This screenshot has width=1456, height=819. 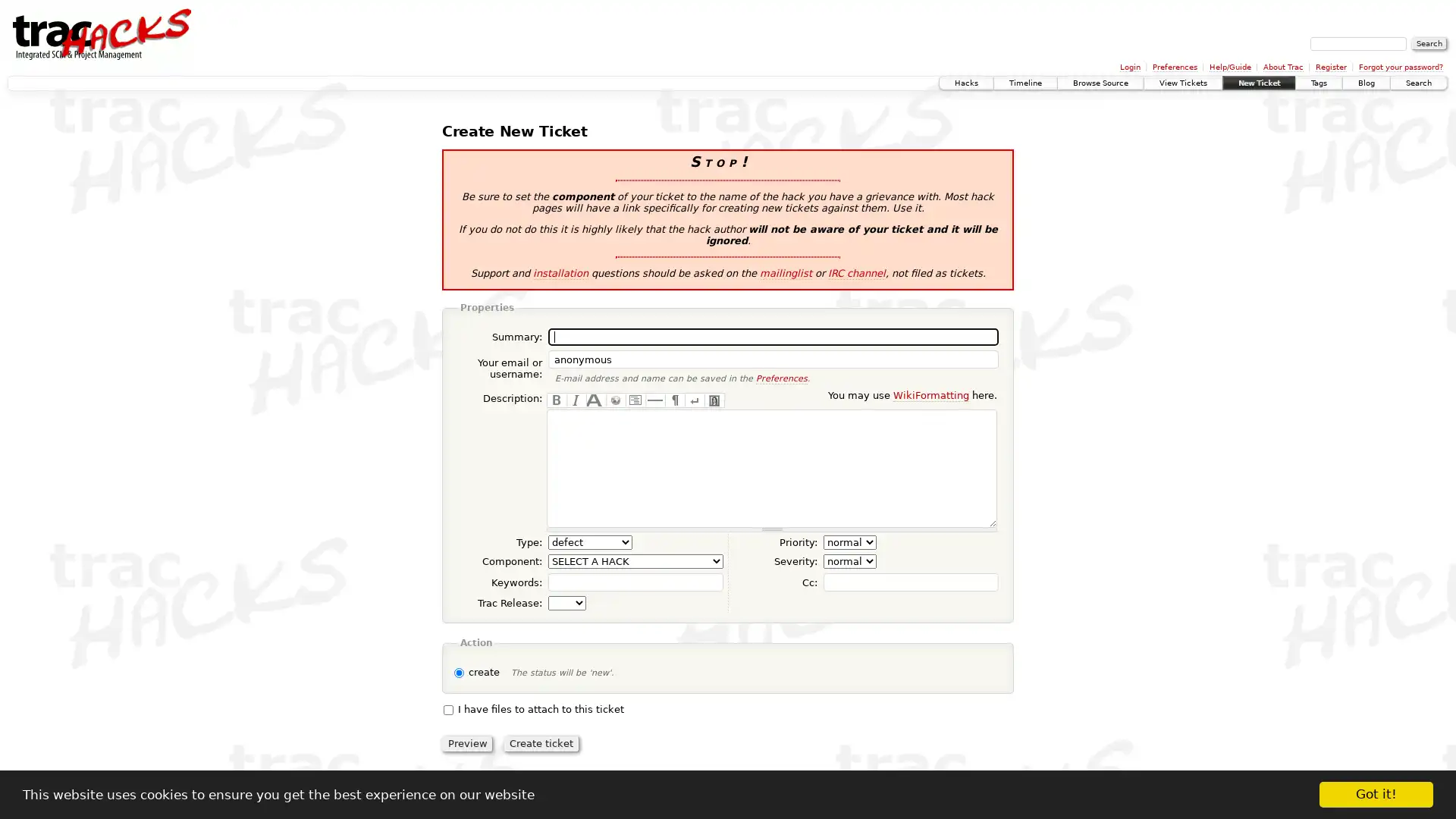 I want to click on Create ticket, so click(x=541, y=742).